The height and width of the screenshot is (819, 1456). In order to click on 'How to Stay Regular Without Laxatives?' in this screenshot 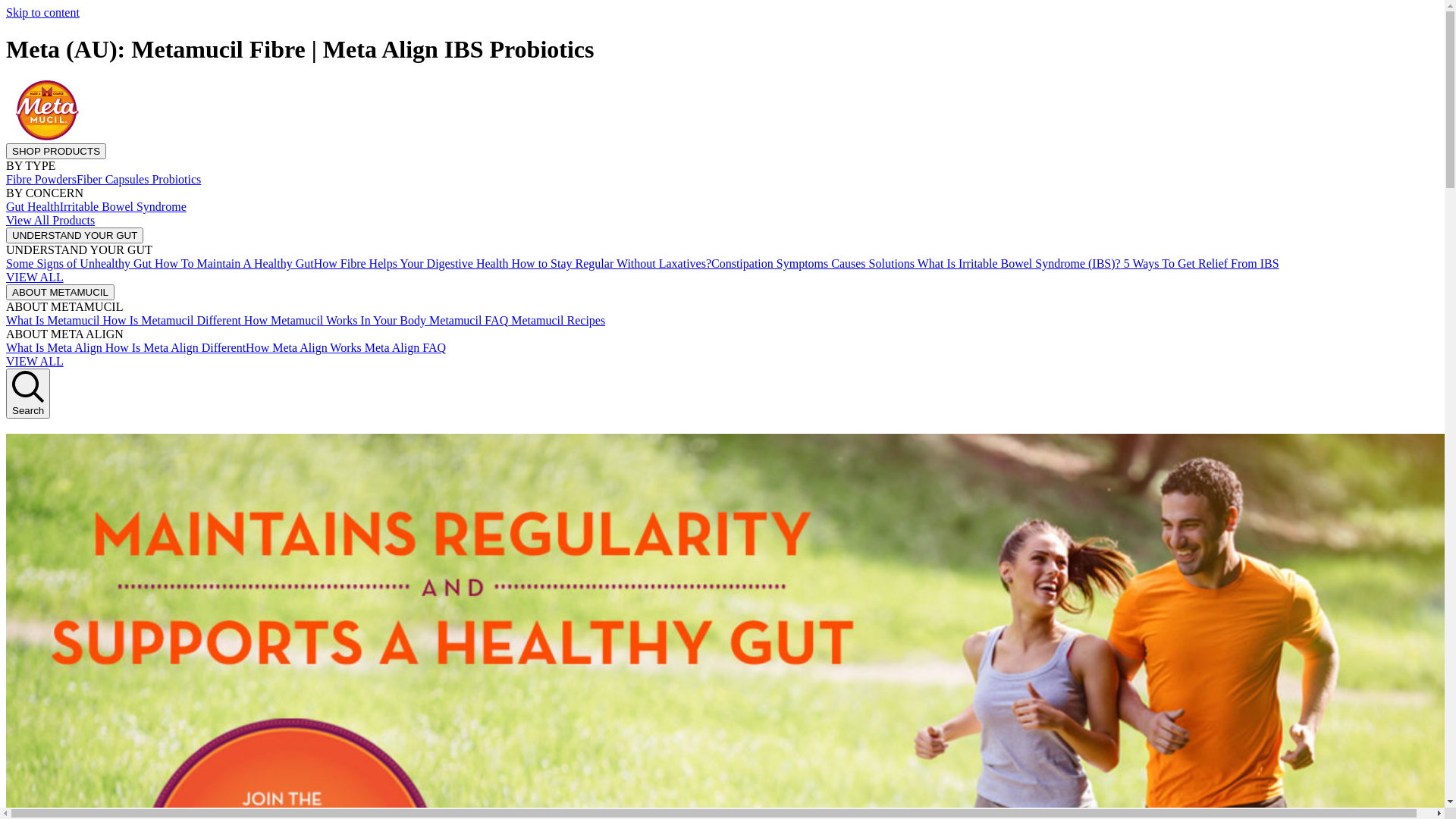, I will do `click(610, 262)`.